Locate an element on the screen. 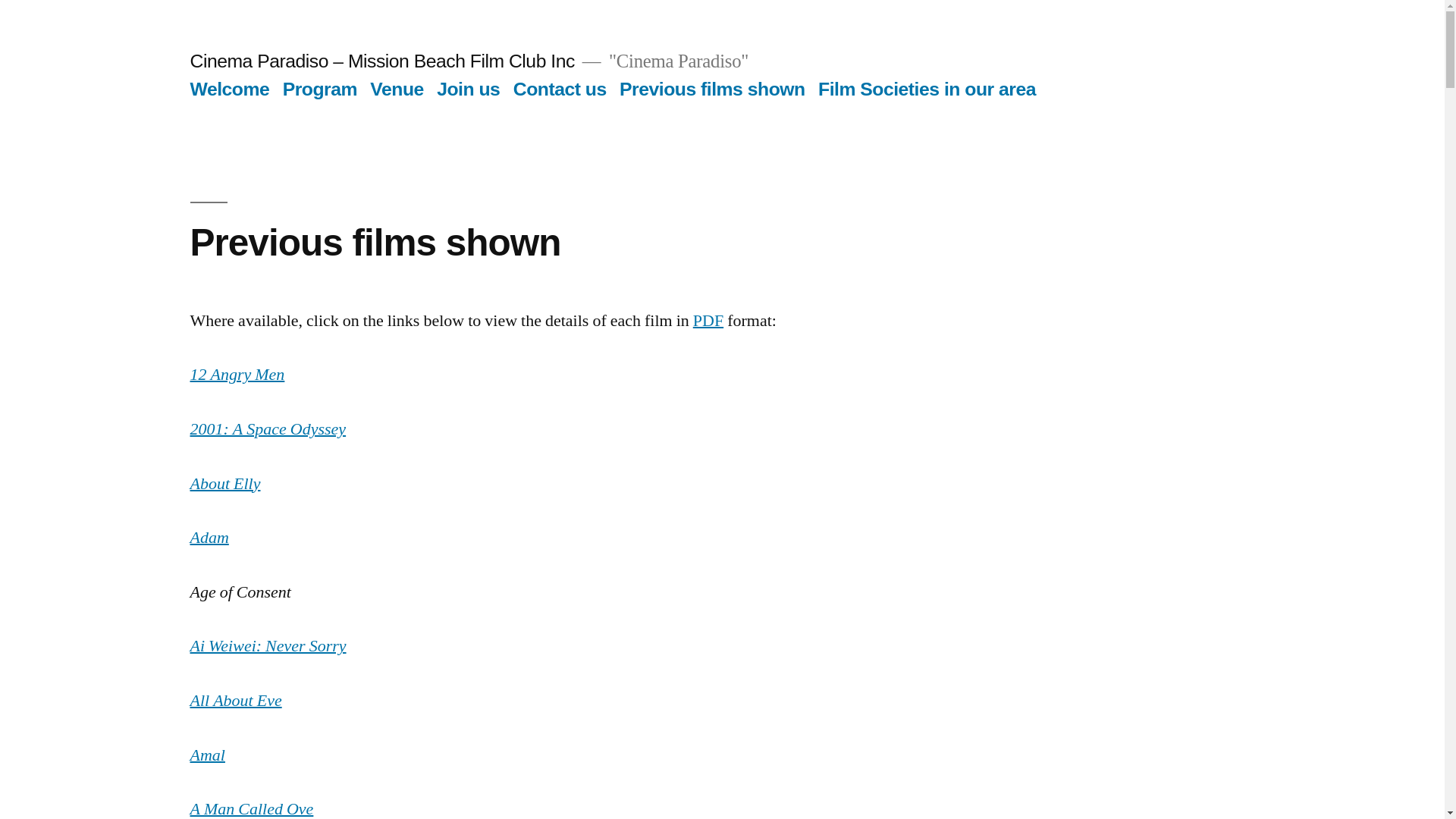 The width and height of the screenshot is (1456, 819). 'Adam' is located at coordinates (208, 537).